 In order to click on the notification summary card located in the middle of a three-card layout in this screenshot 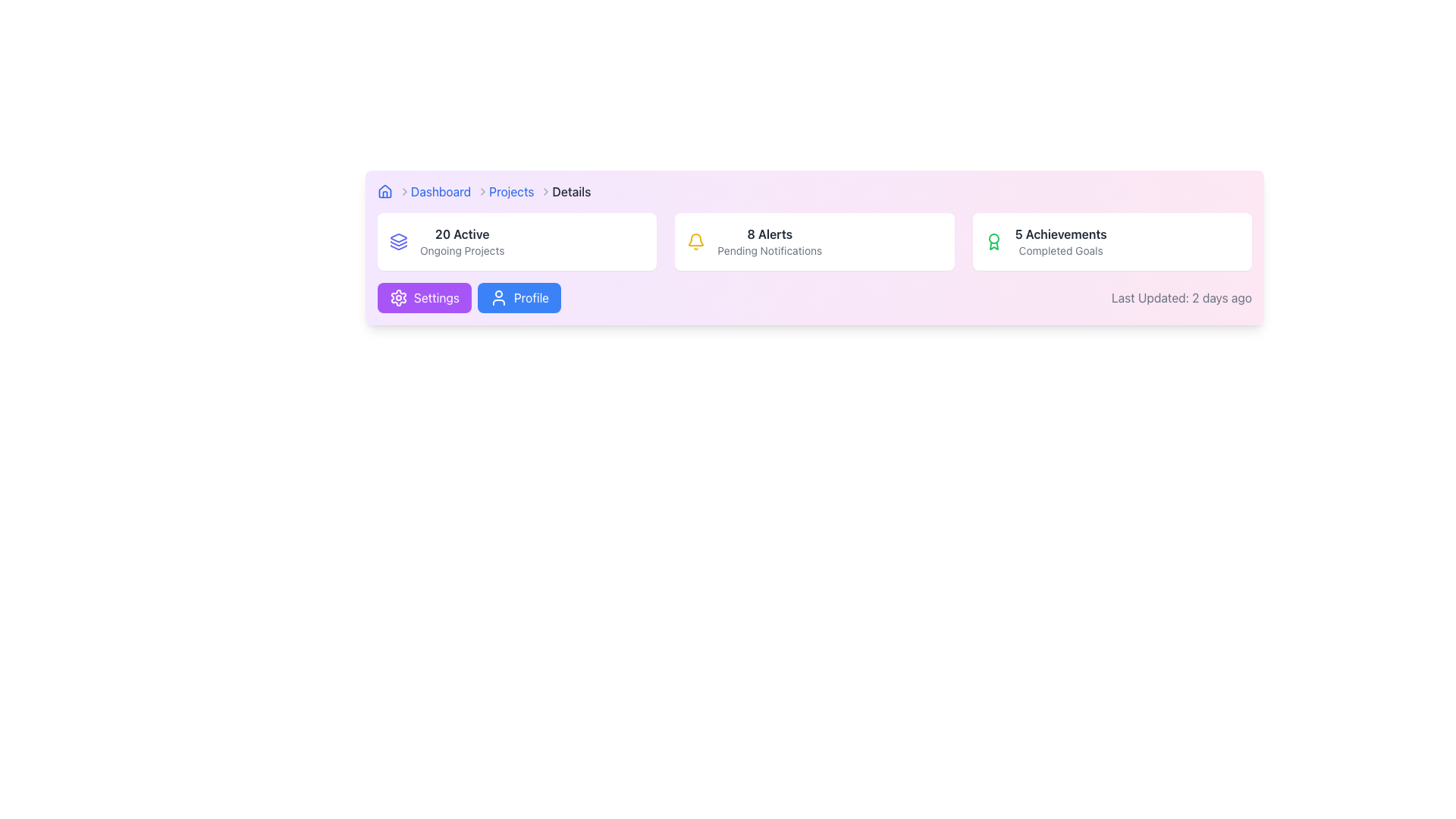, I will do `click(814, 241)`.